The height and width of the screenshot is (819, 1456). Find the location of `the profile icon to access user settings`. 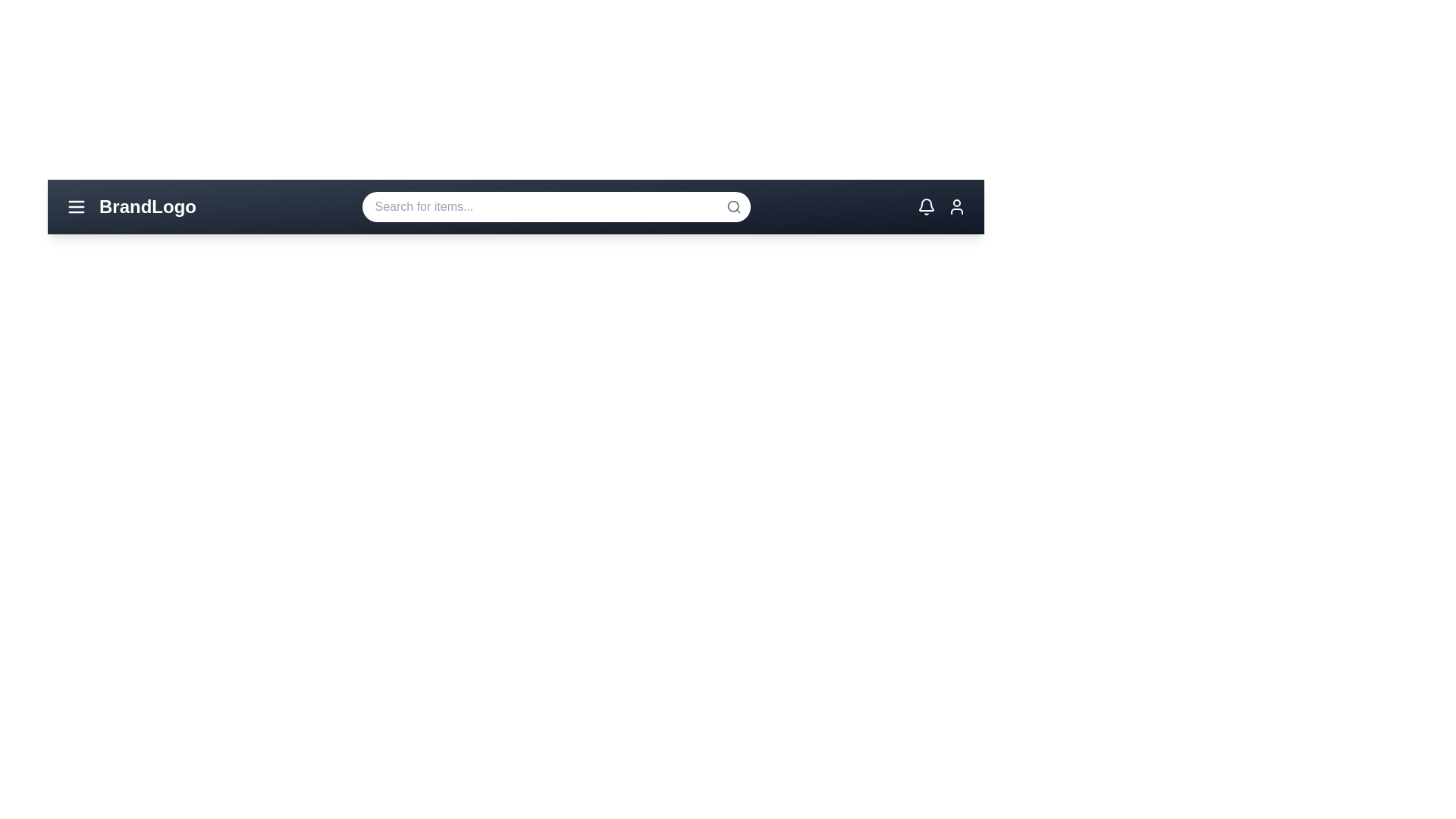

the profile icon to access user settings is located at coordinates (956, 207).